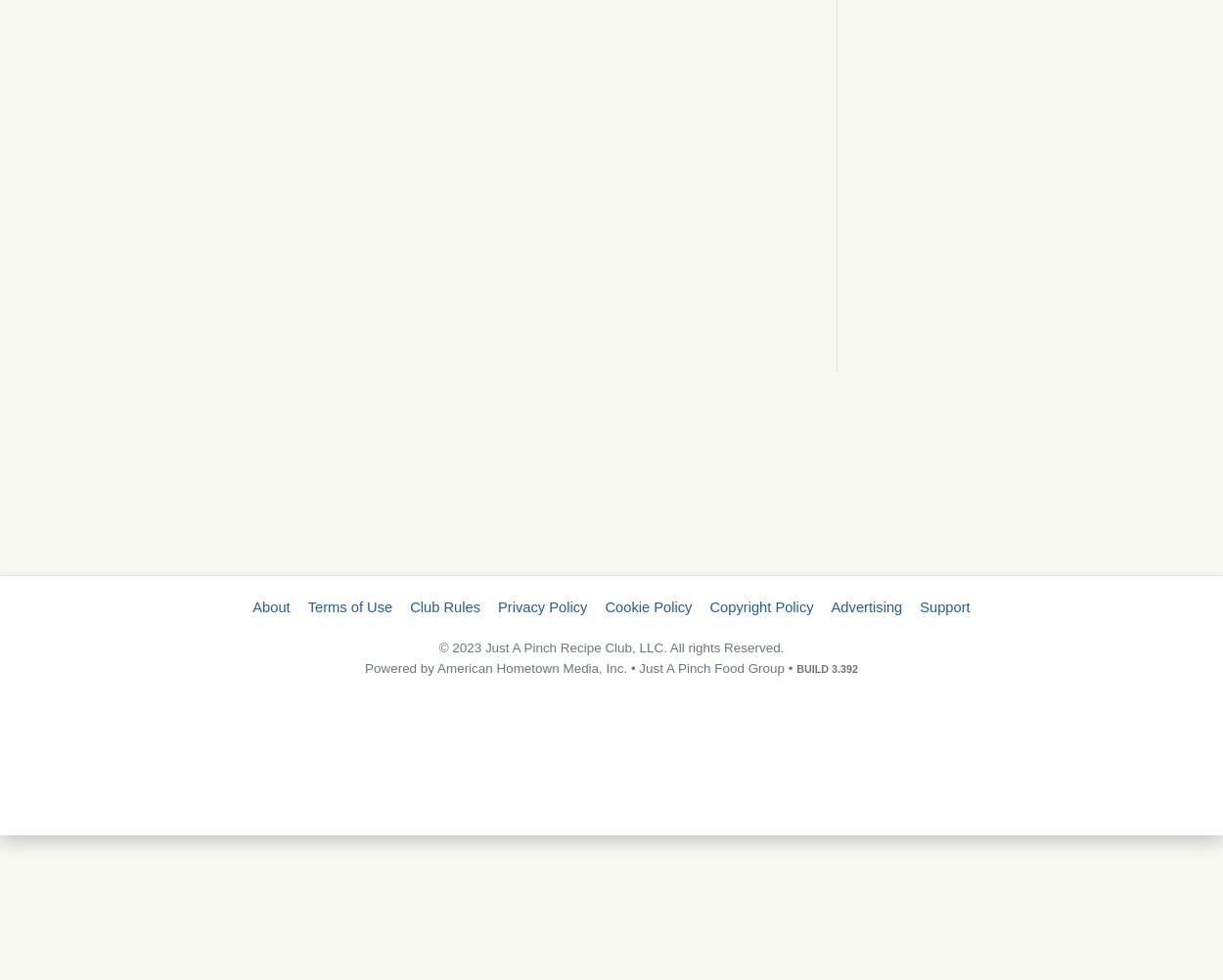  What do you see at coordinates (919, 606) in the screenshot?
I see `'Support'` at bounding box center [919, 606].